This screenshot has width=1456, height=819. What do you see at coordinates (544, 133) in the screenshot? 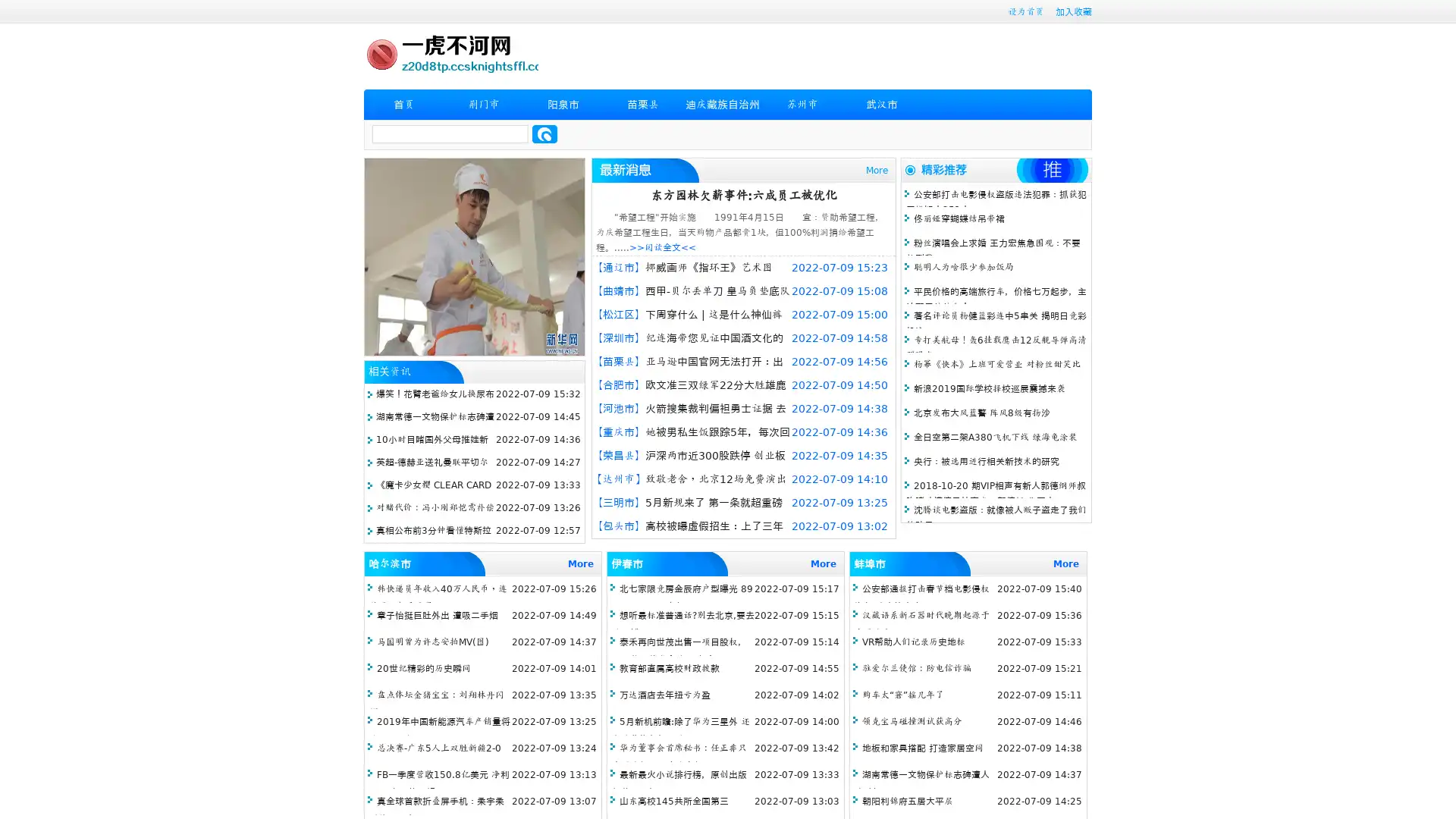
I see `Search` at bounding box center [544, 133].